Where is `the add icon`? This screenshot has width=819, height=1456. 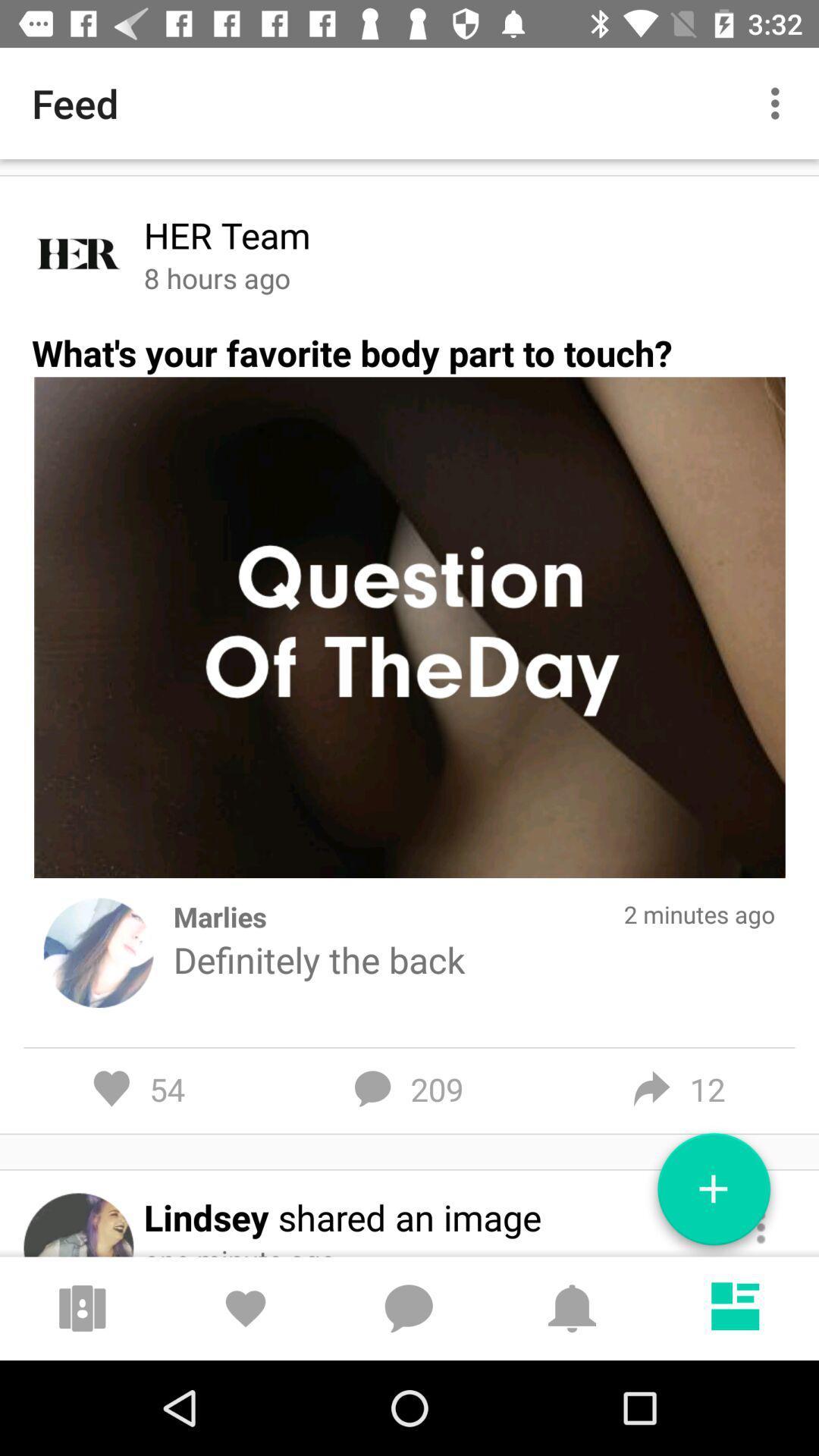 the add icon is located at coordinates (714, 1194).